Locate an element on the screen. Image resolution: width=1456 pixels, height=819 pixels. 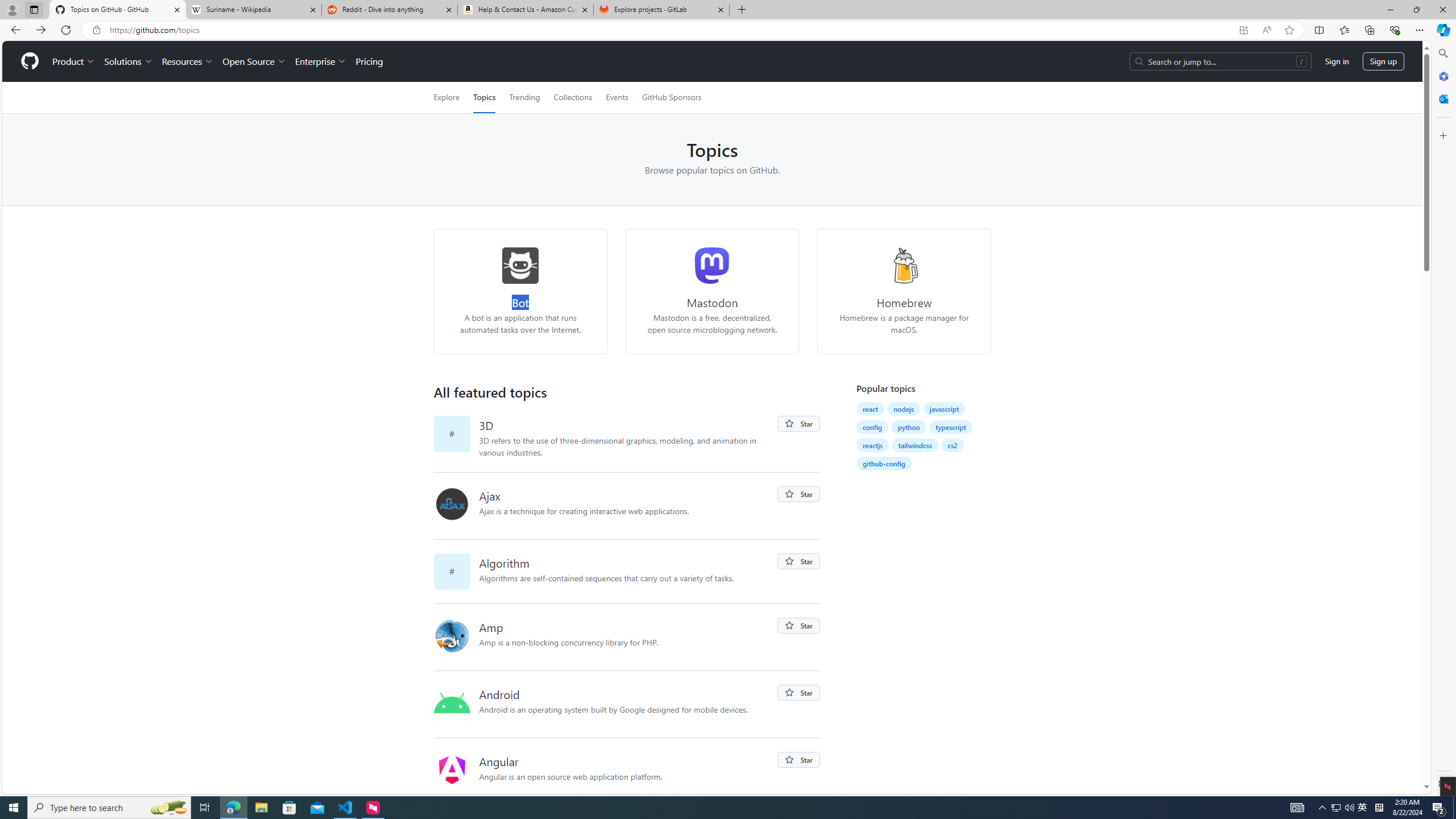
'angular' is located at coordinates (456, 771).